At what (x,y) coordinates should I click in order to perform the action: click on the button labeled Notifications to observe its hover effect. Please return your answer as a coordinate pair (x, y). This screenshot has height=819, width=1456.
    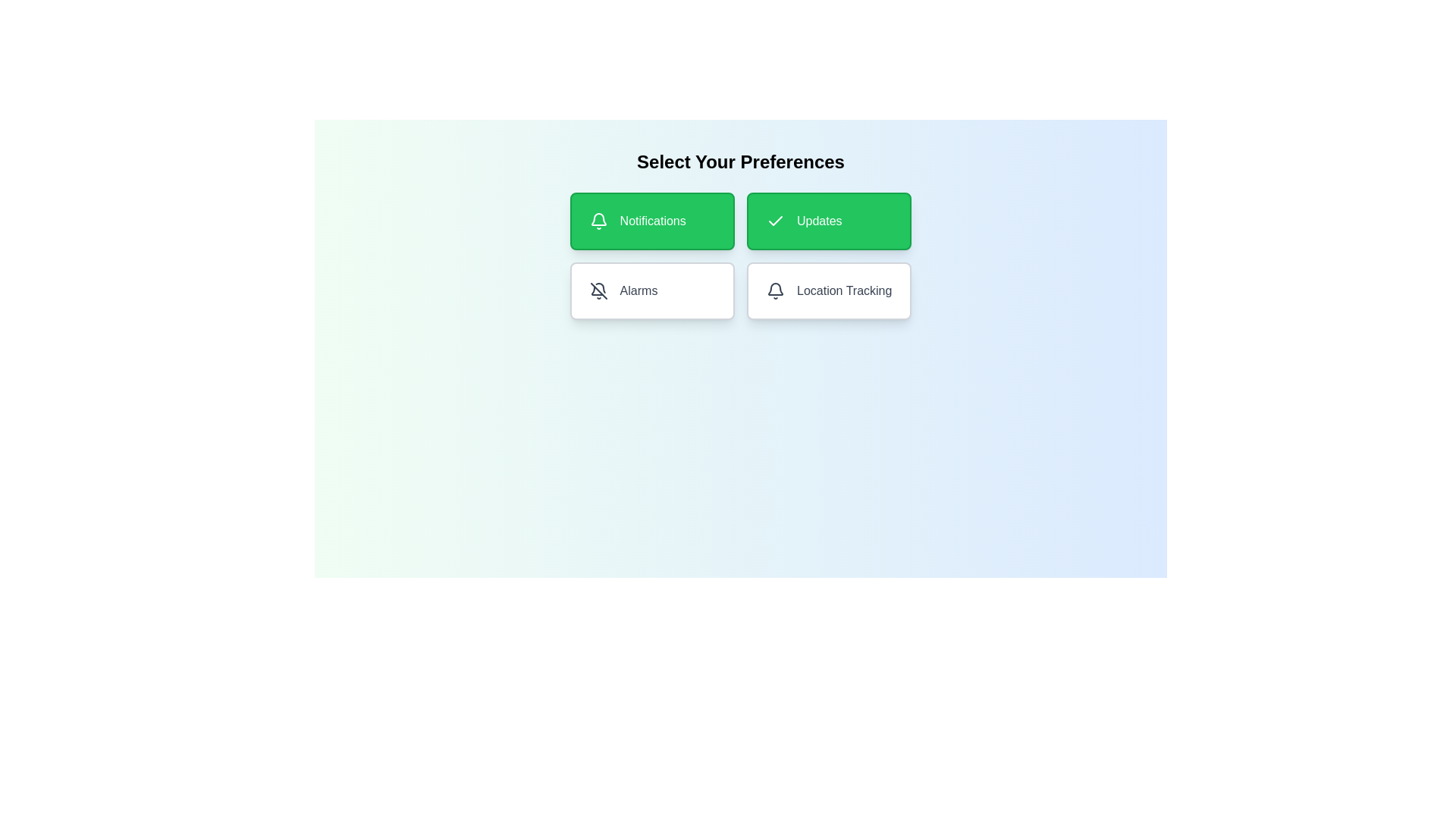
    Looking at the image, I should click on (651, 221).